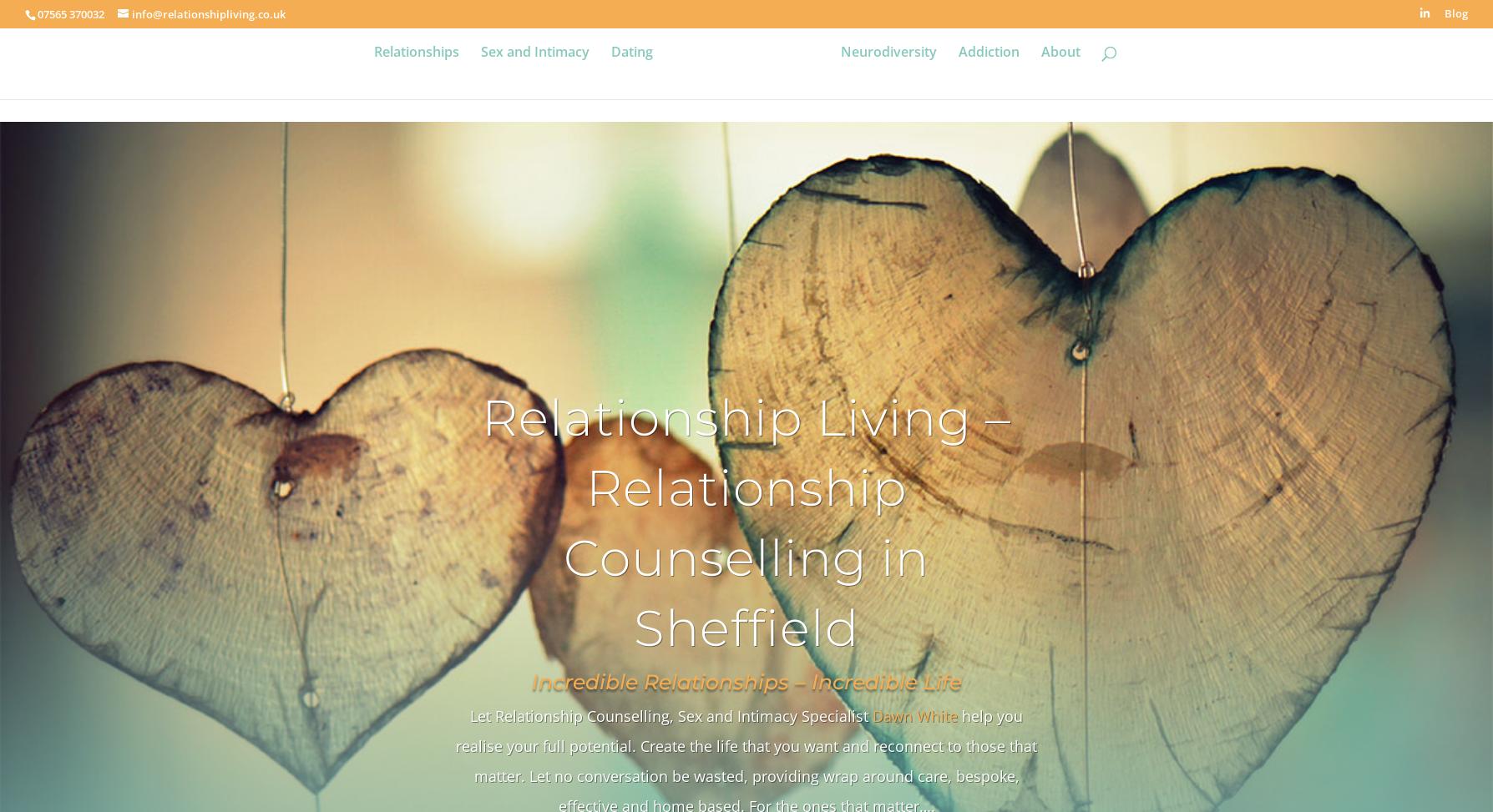 The width and height of the screenshot is (1493, 812). What do you see at coordinates (415, 74) in the screenshot?
I see `'Relationships'` at bounding box center [415, 74].